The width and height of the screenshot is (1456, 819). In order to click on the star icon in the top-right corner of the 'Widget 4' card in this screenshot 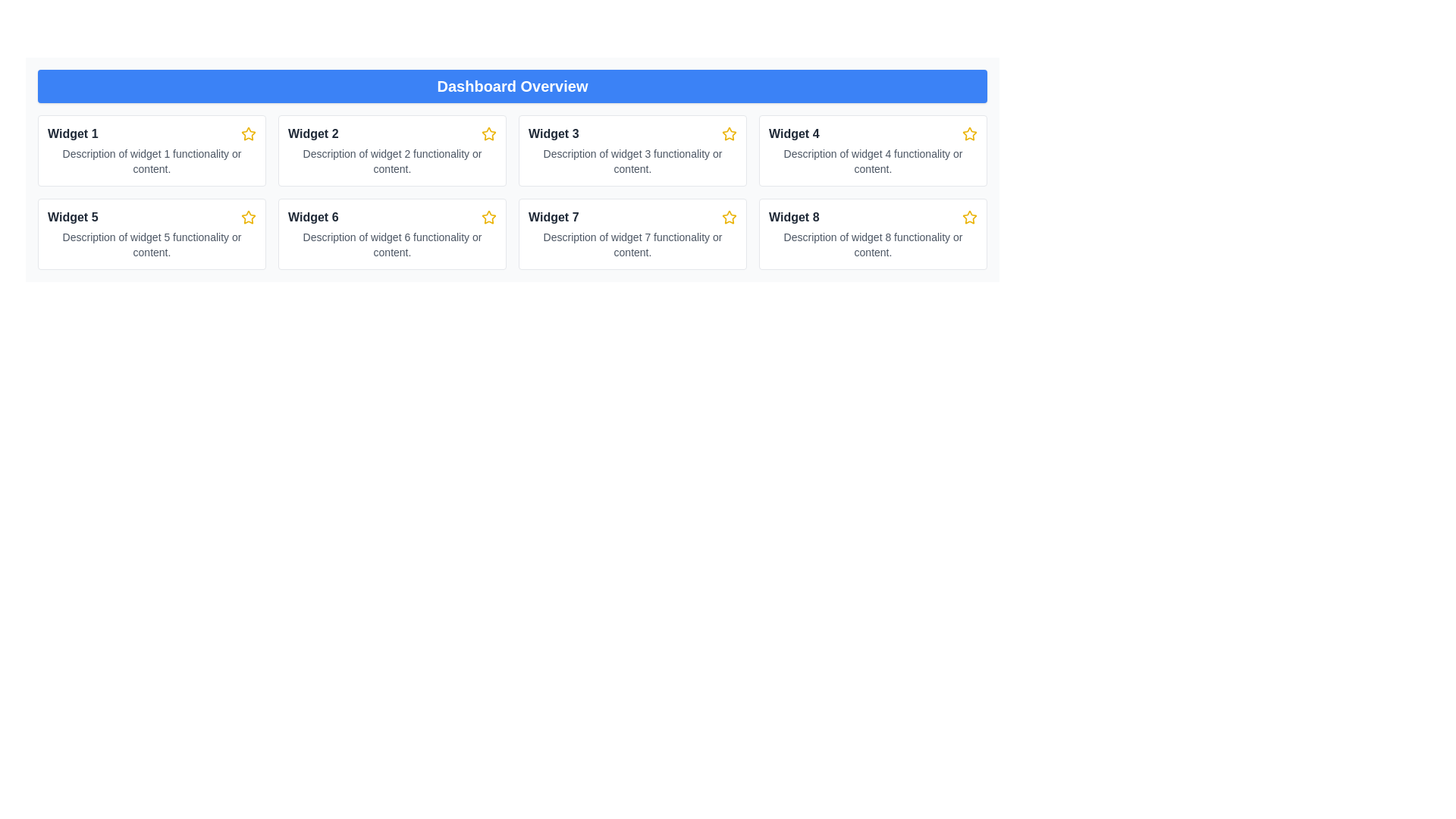, I will do `click(968, 133)`.